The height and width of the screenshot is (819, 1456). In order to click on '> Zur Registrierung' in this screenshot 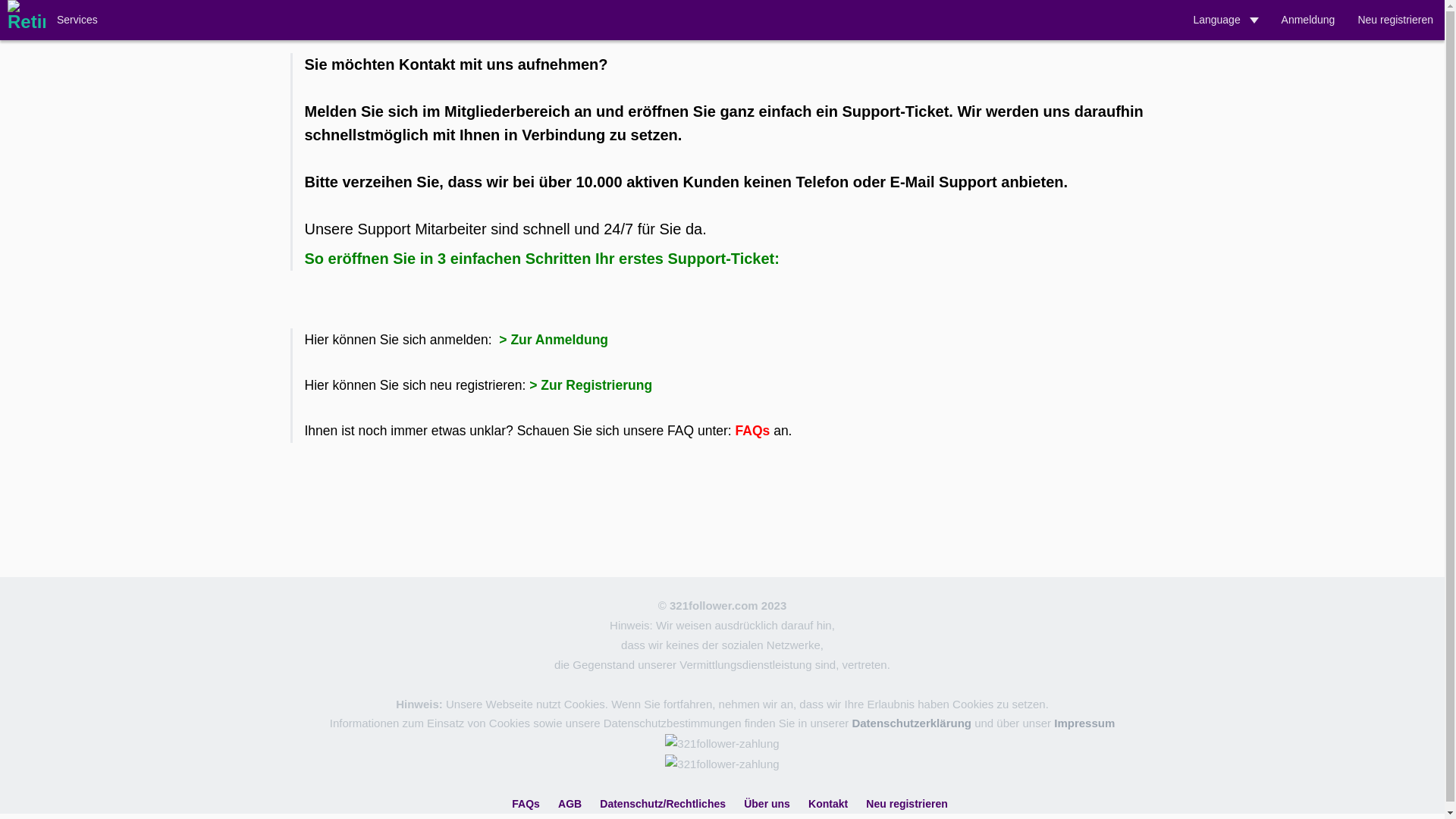, I will do `click(529, 384)`.